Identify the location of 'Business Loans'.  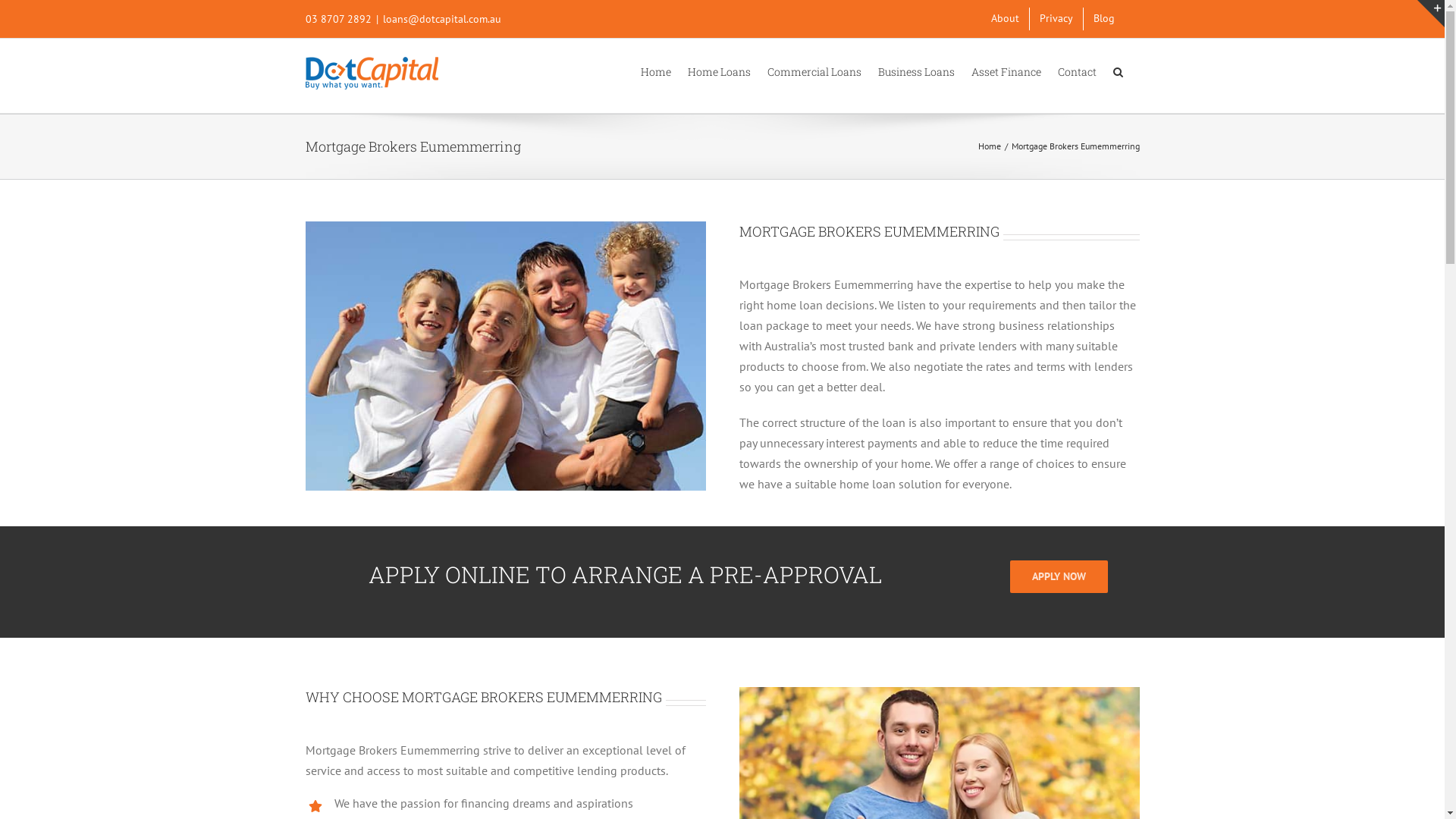
(915, 70).